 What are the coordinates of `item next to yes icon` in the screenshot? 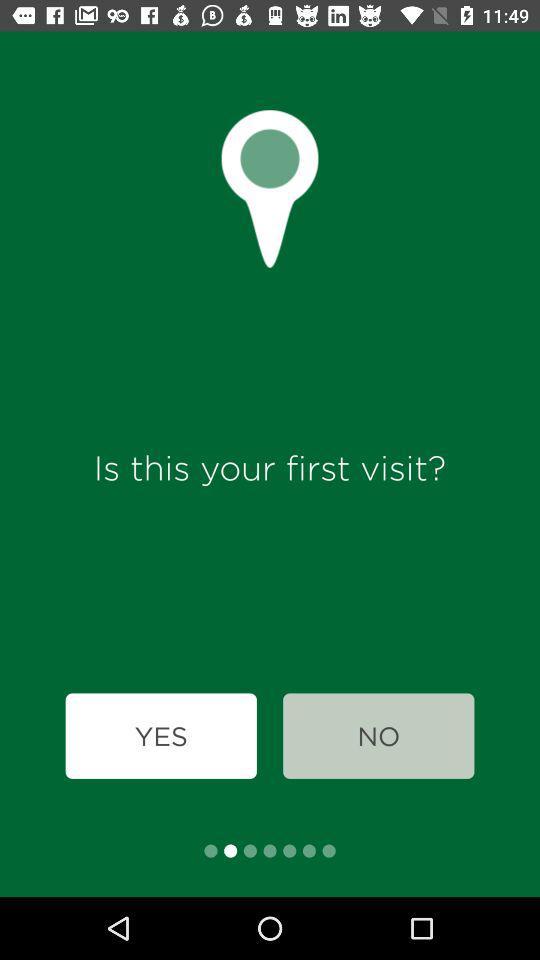 It's located at (378, 735).